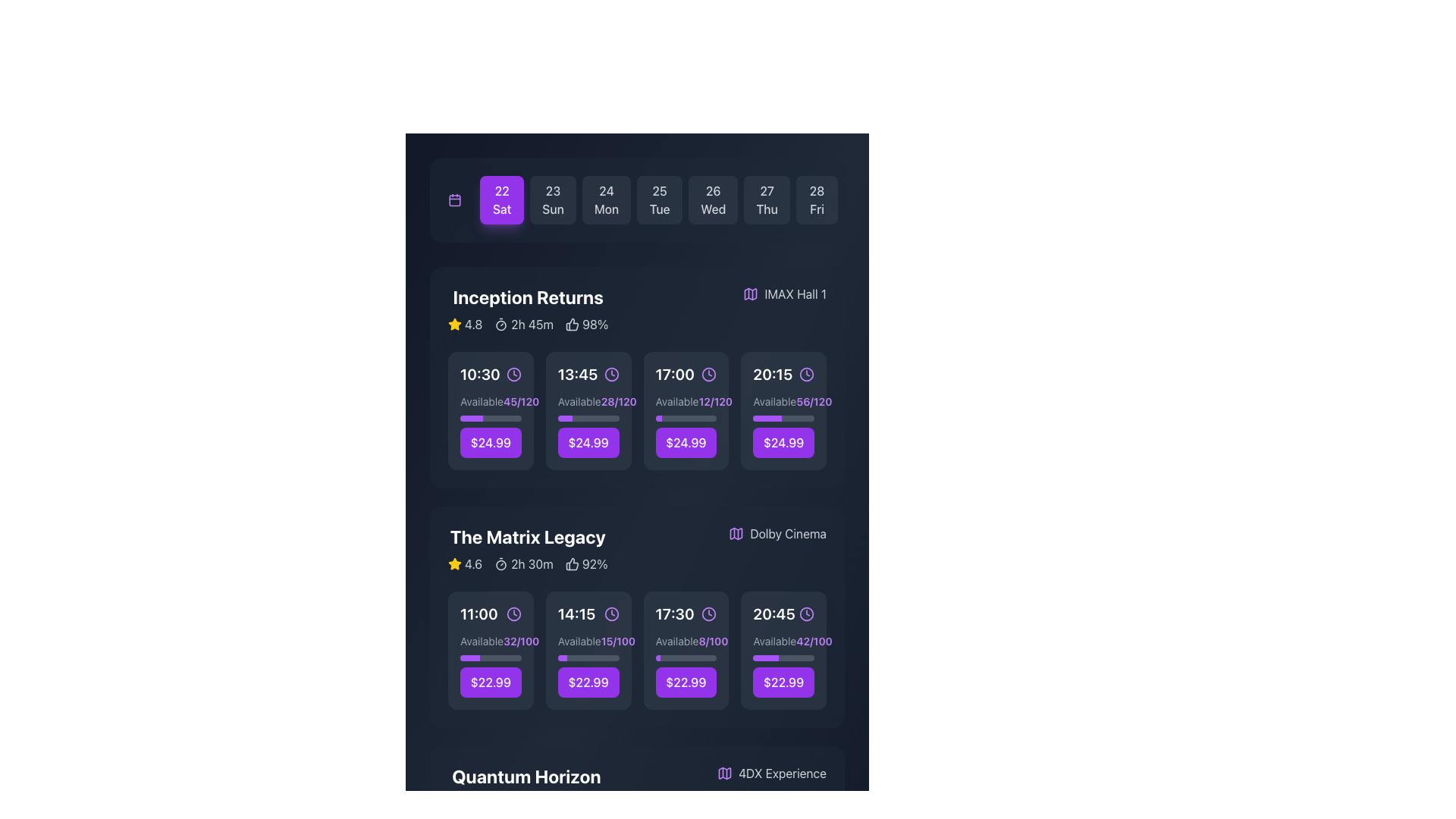  Describe the element at coordinates (588, 614) in the screenshot. I see `the icon representing the second time slot for booking tickets for the movie 'The Matrix Legacy' to check for additional information` at that location.